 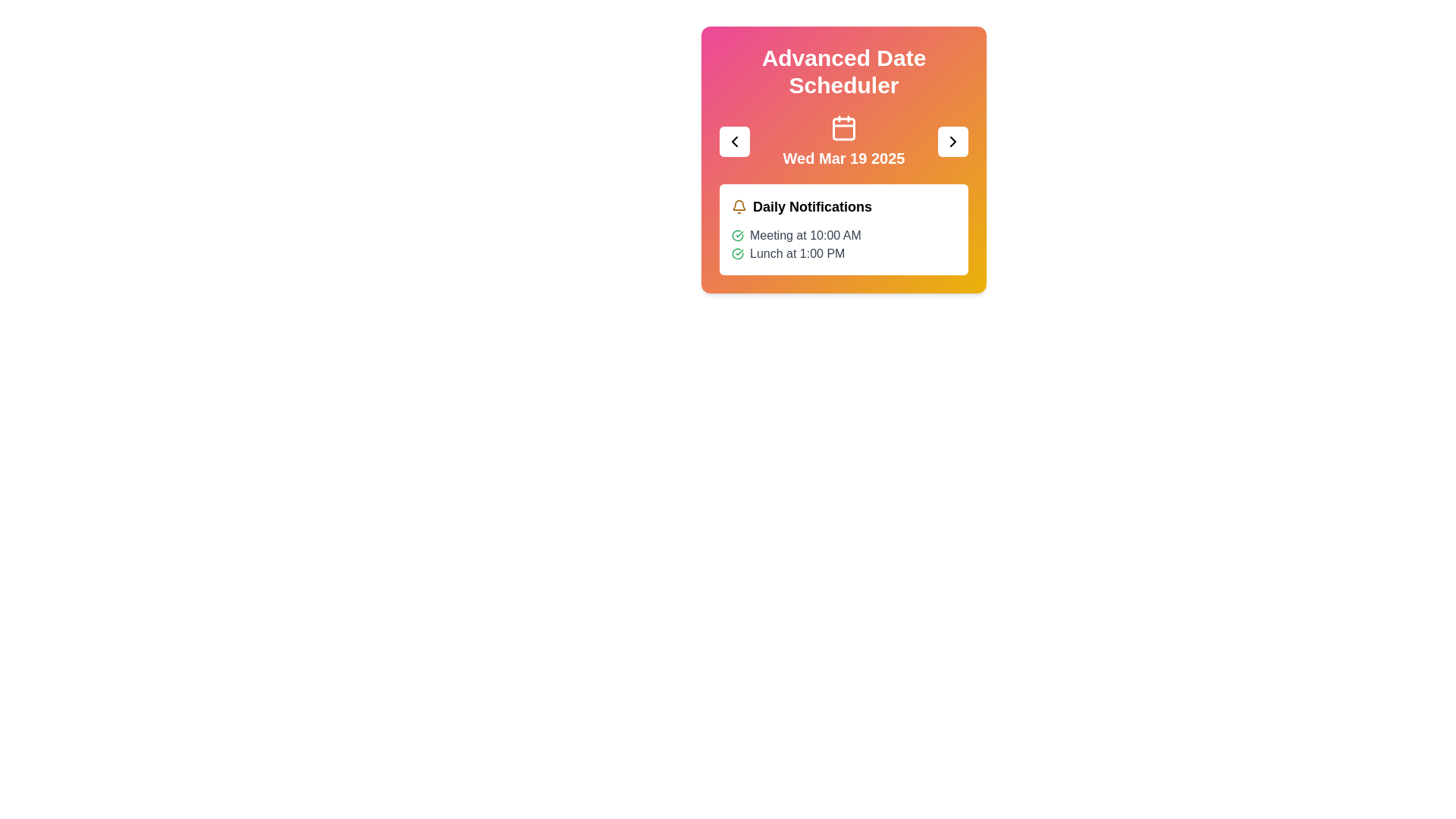 What do you see at coordinates (843, 158) in the screenshot?
I see `the date display TextLabel located in the center of the card layout, below the calendar icon, for potential interaction` at bounding box center [843, 158].